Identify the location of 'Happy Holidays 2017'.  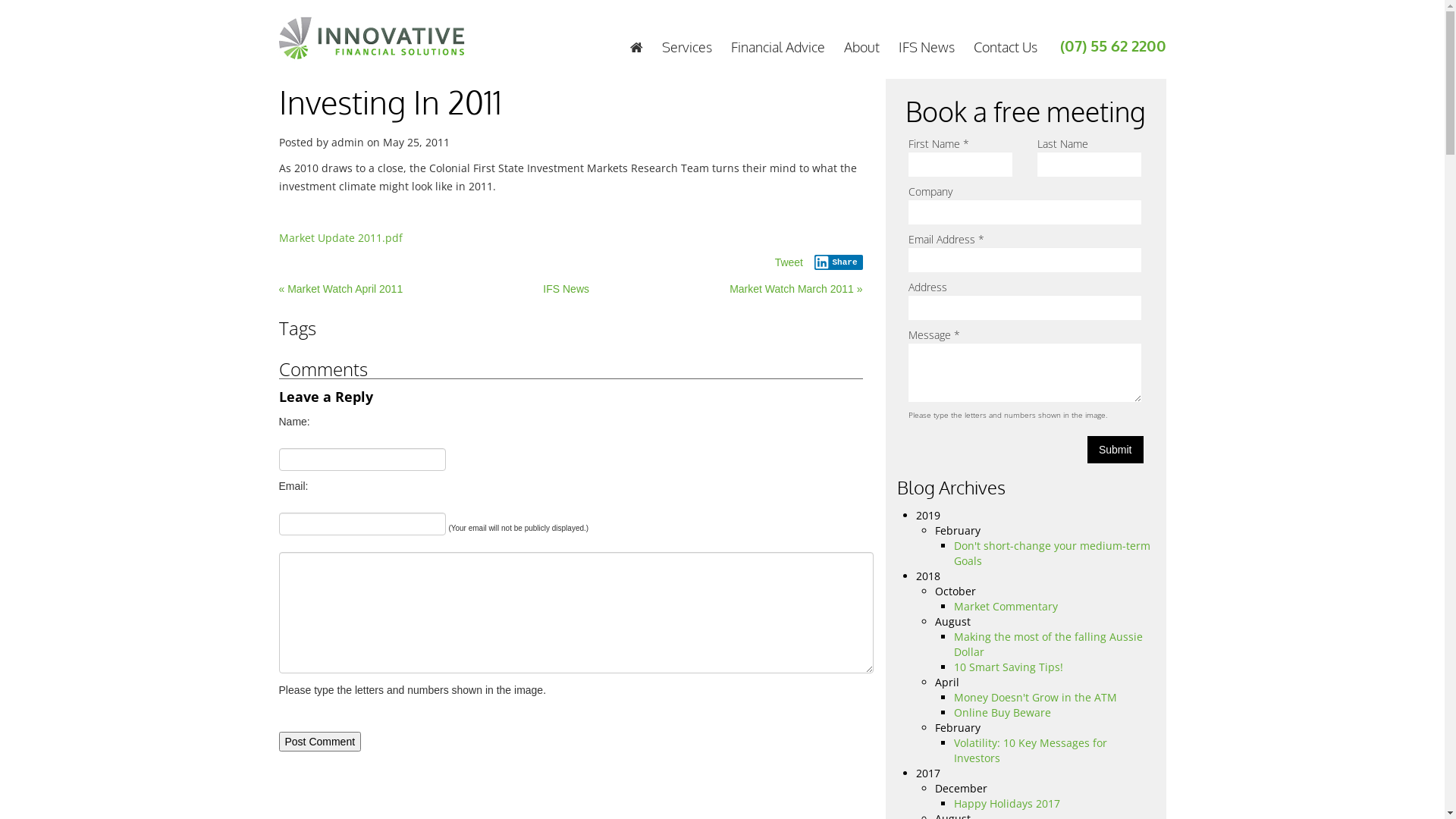
(952, 802).